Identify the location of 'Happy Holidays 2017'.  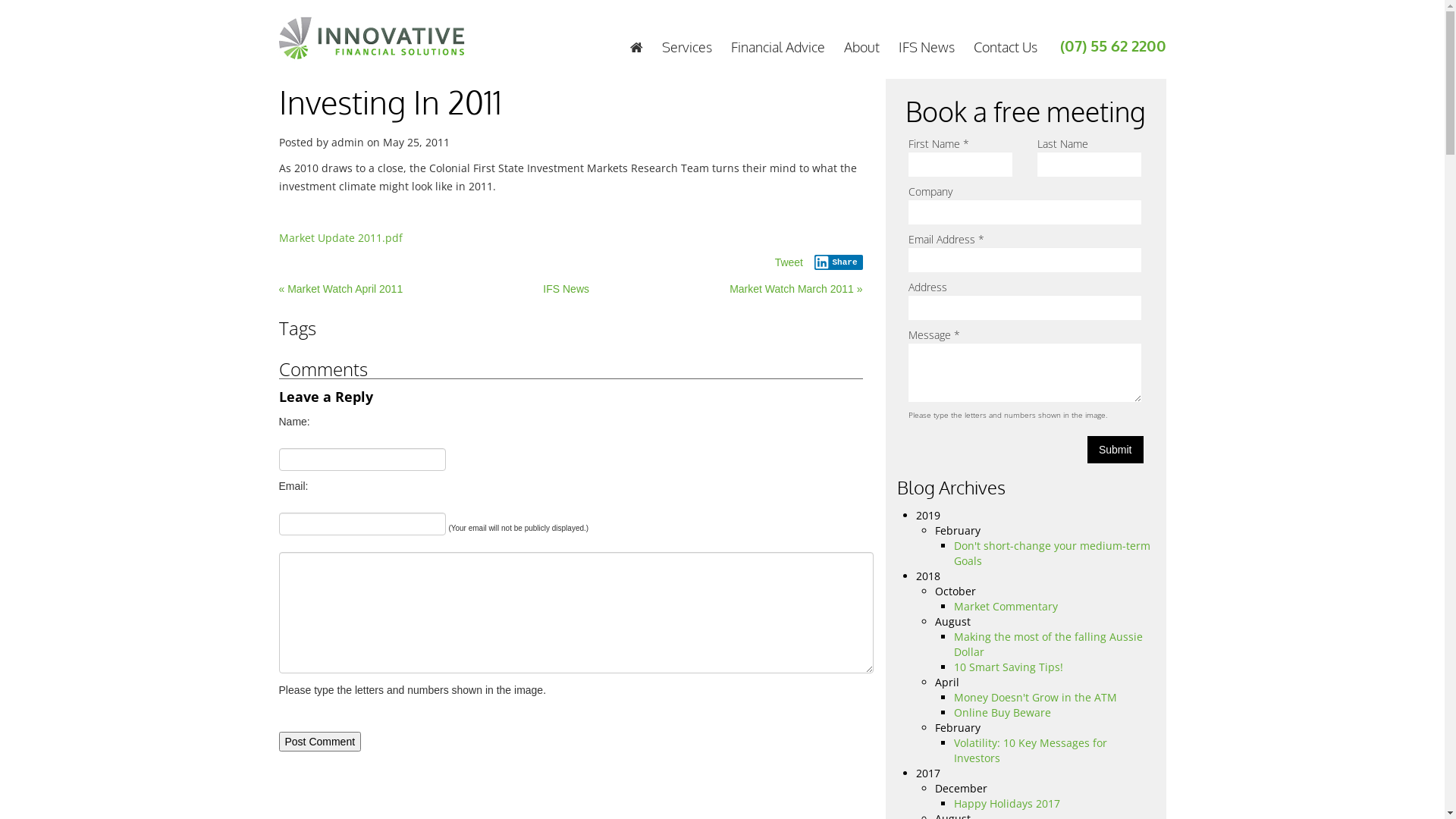
(952, 802).